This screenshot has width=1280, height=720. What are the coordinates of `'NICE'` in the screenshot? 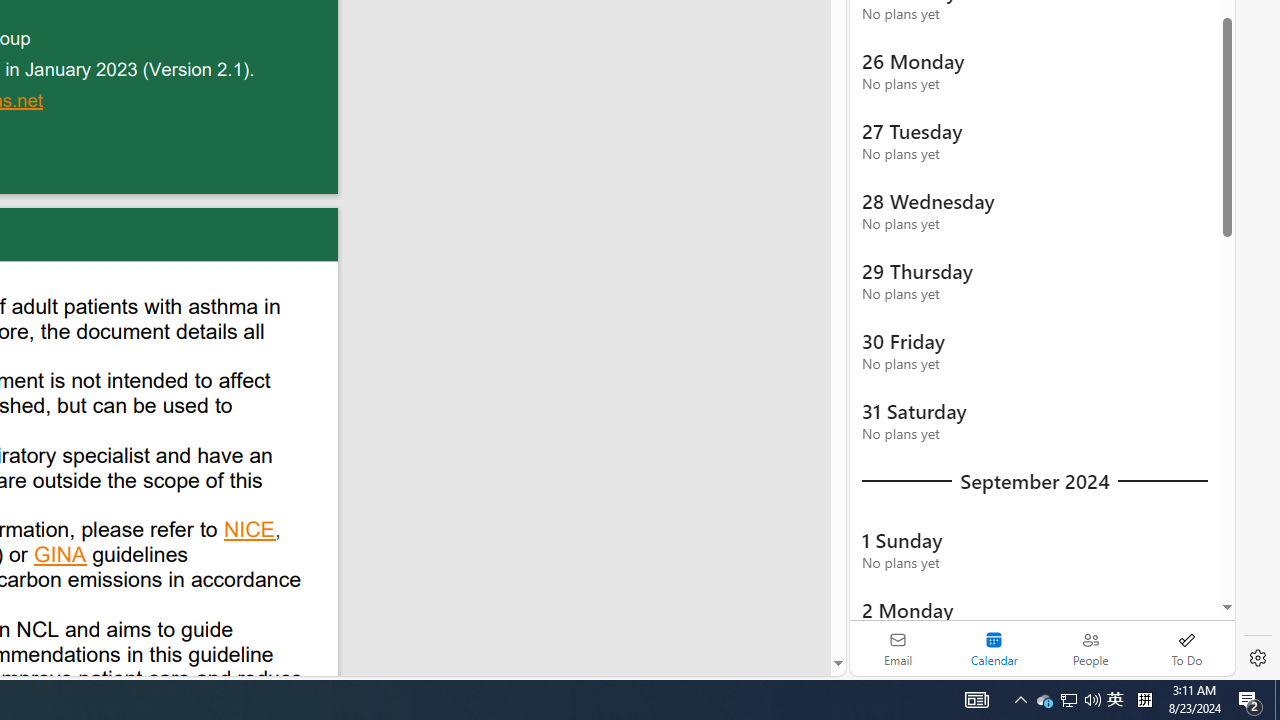 It's located at (249, 531).